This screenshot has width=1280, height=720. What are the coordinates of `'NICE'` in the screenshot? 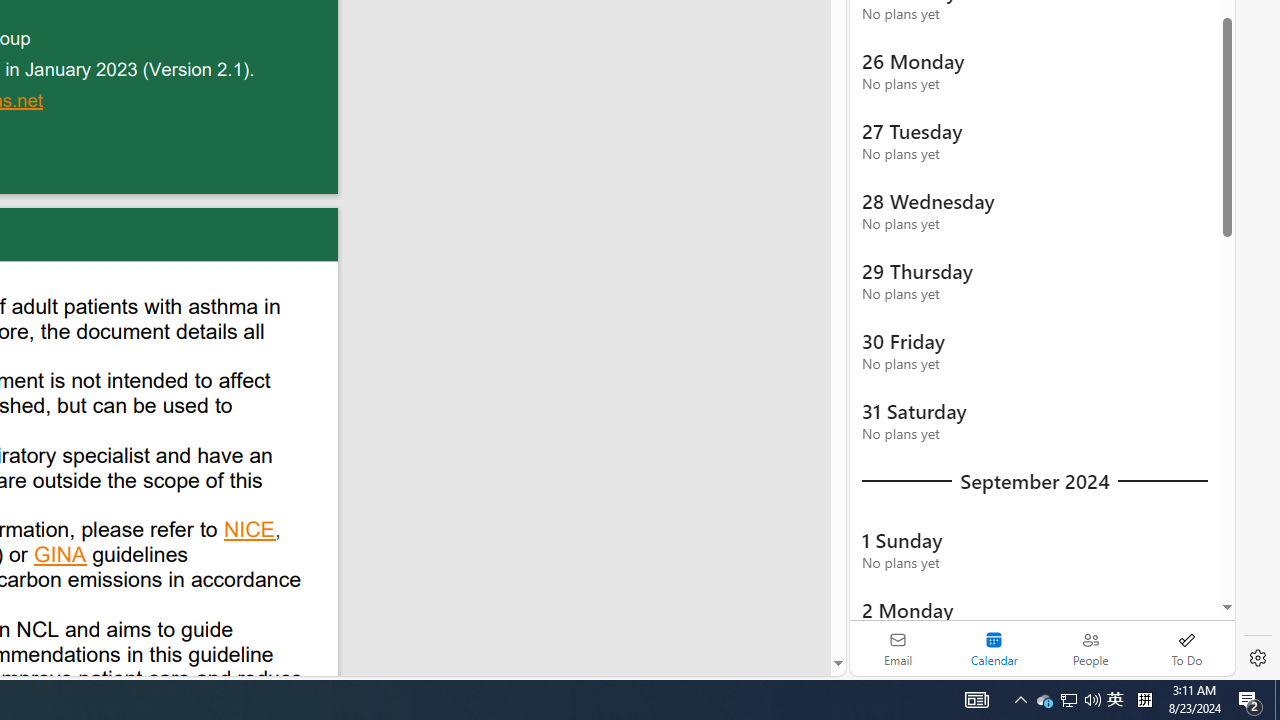 It's located at (249, 531).